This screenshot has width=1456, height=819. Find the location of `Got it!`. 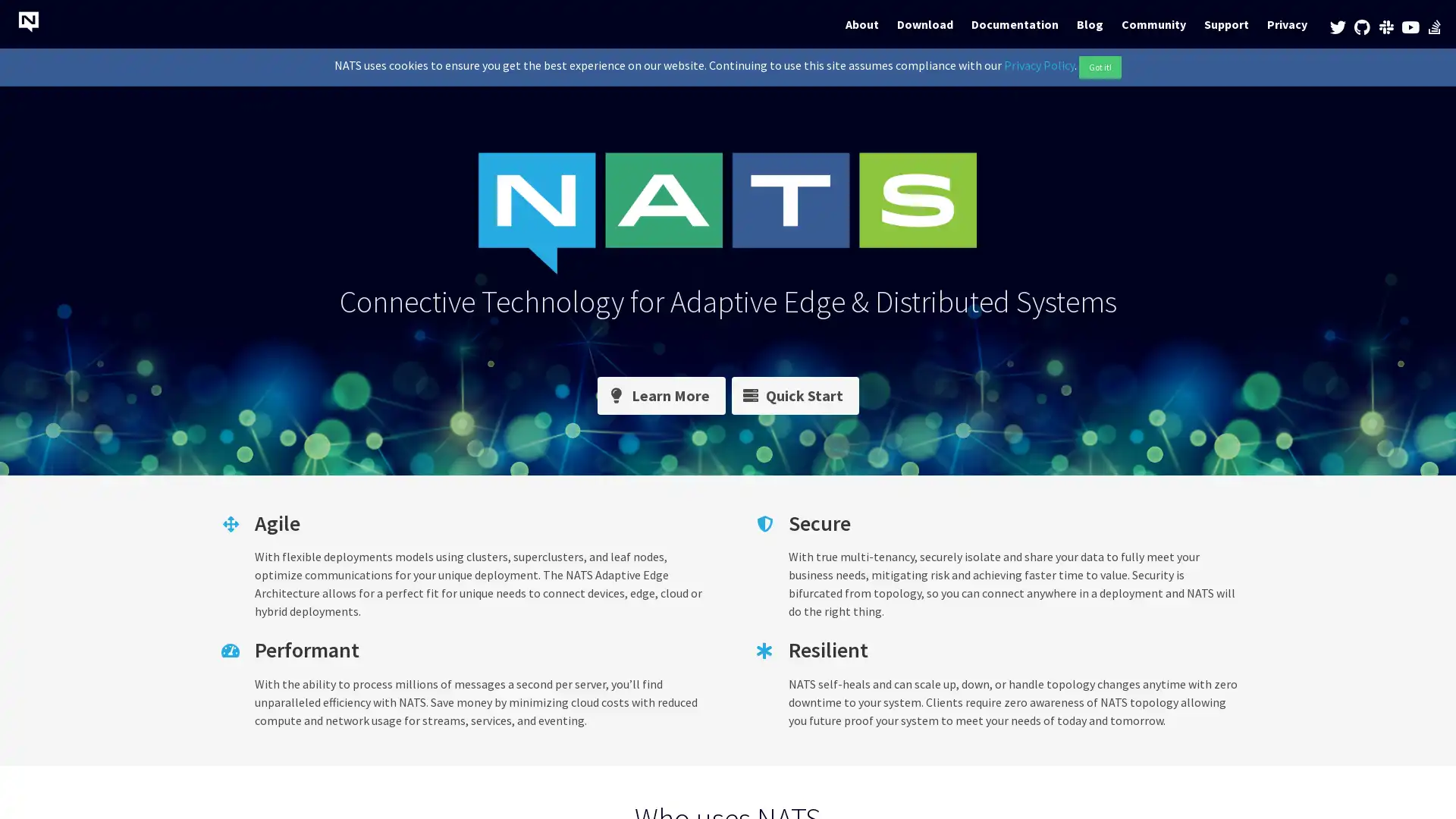

Got it! is located at coordinates (1100, 66).